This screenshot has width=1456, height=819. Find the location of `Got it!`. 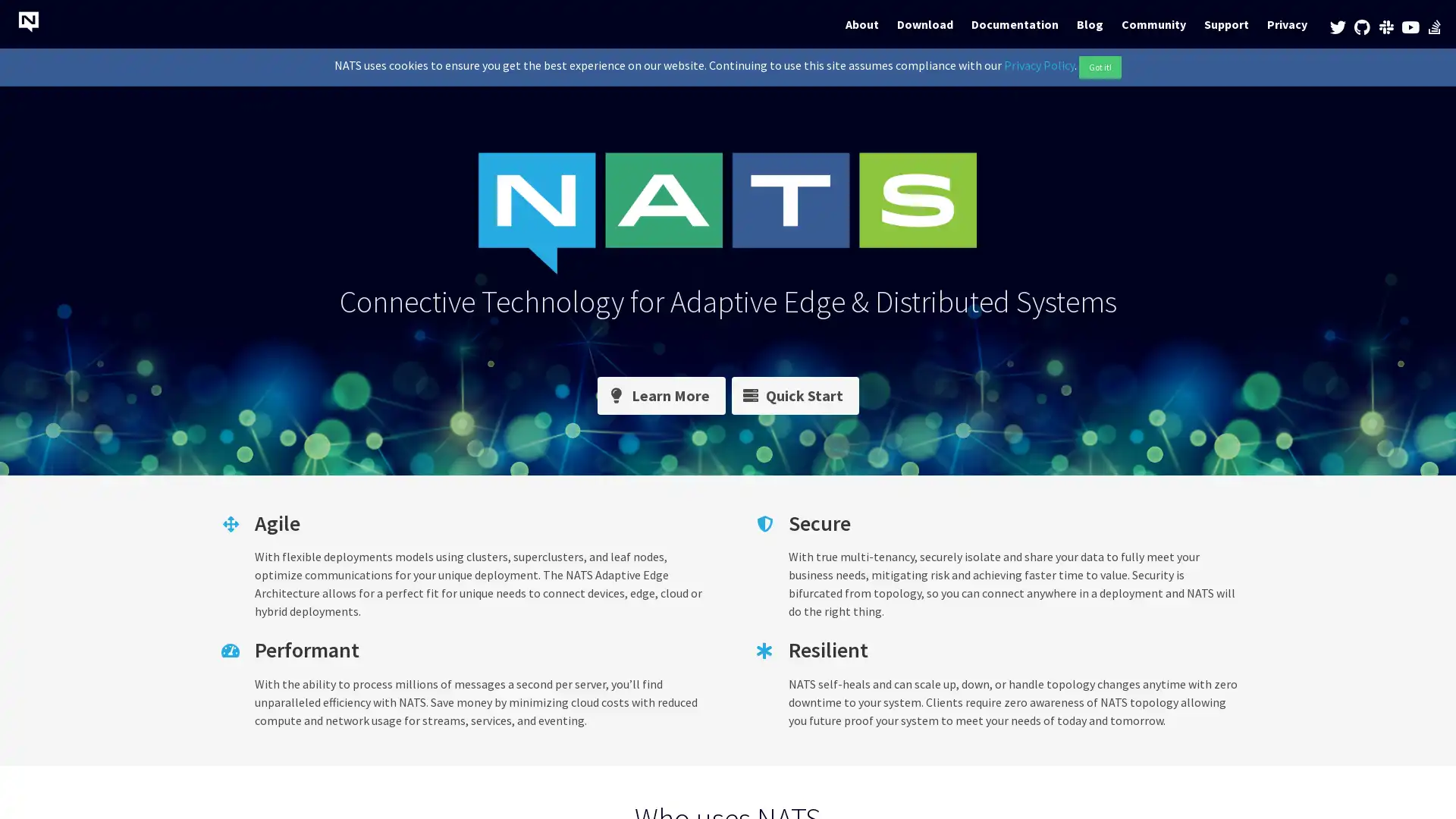

Got it! is located at coordinates (1100, 66).